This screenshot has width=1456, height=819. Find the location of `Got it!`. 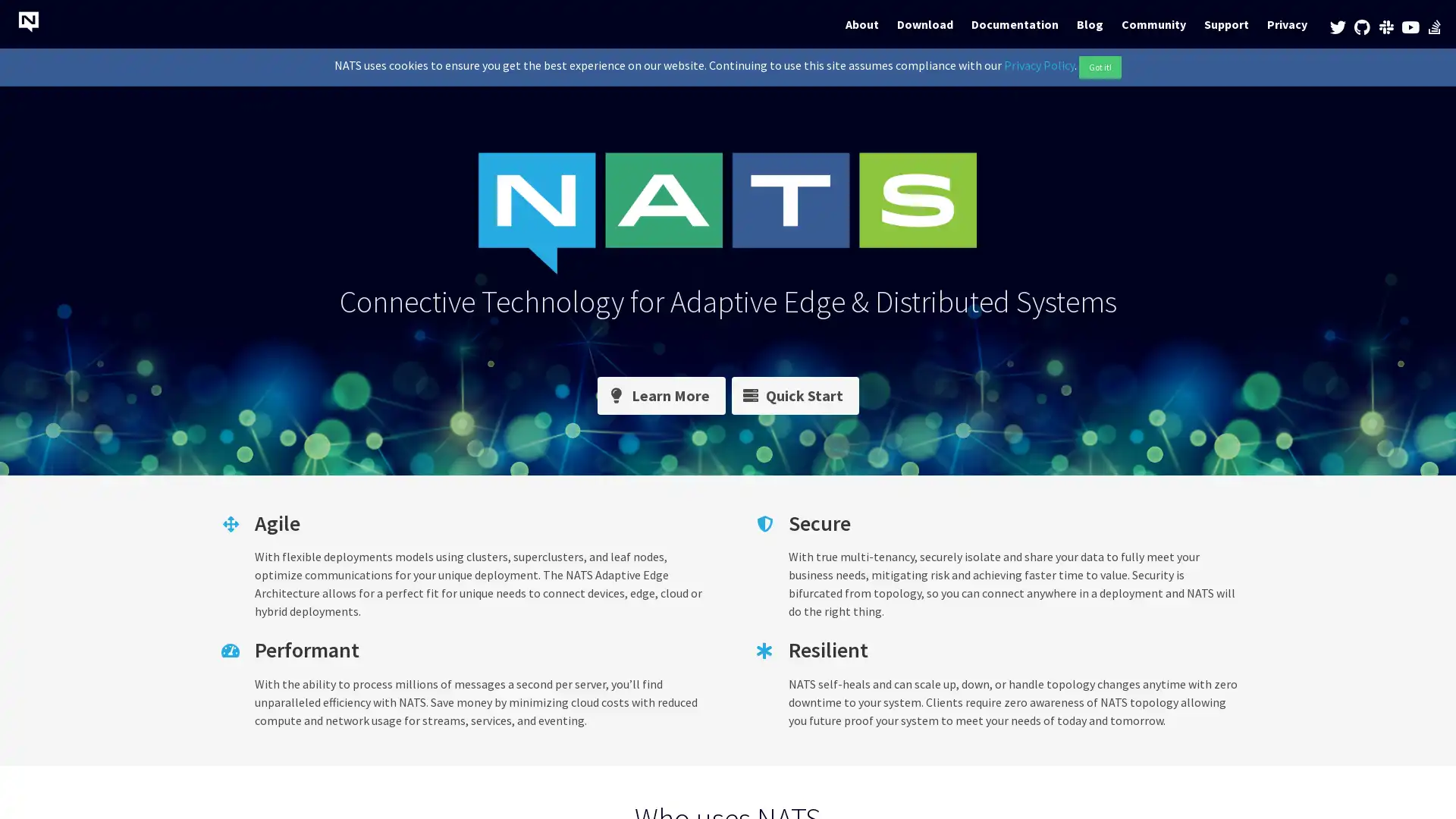

Got it! is located at coordinates (1100, 66).